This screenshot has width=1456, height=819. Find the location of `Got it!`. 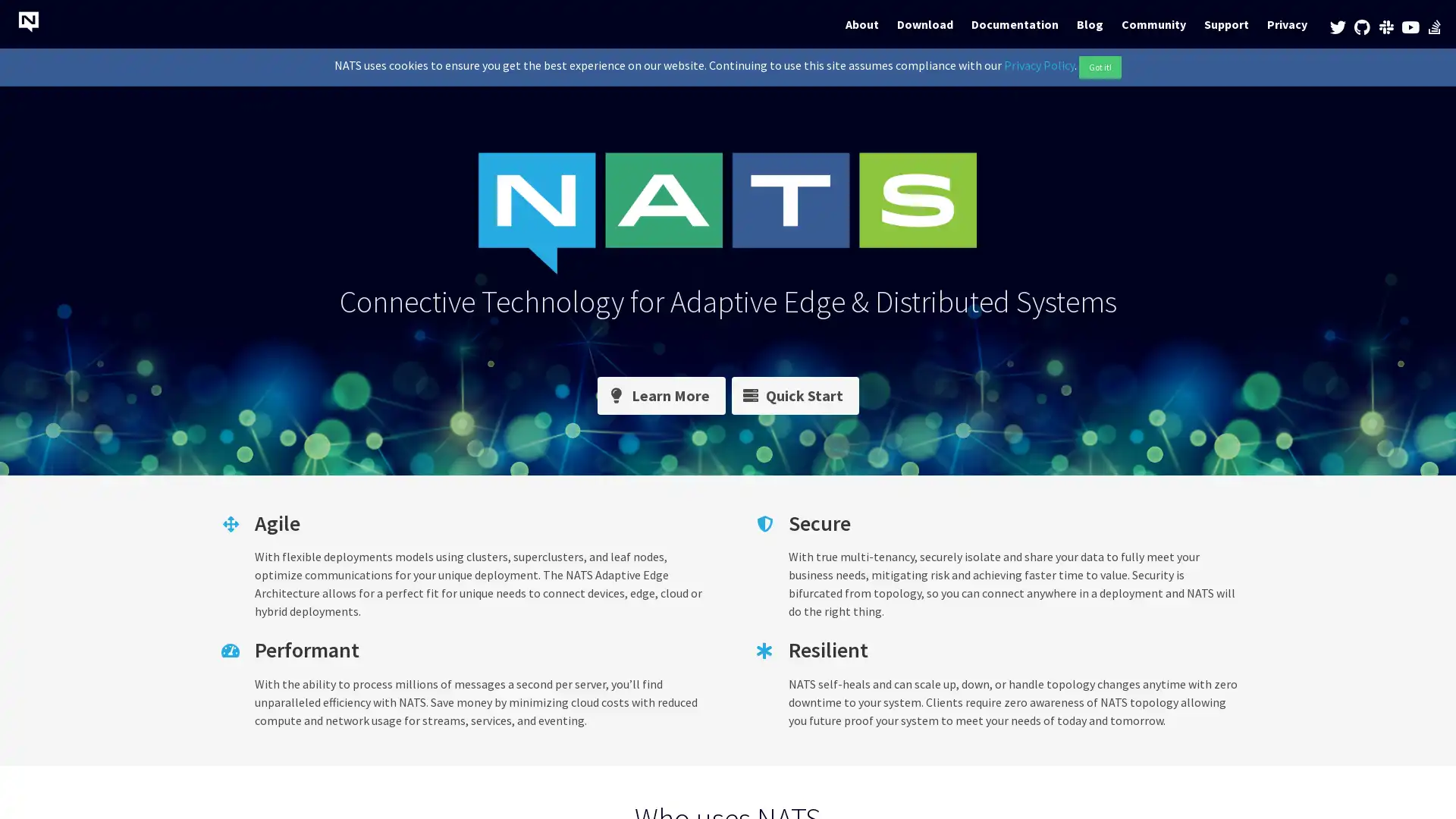

Got it! is located at coordinates (1100, 66).